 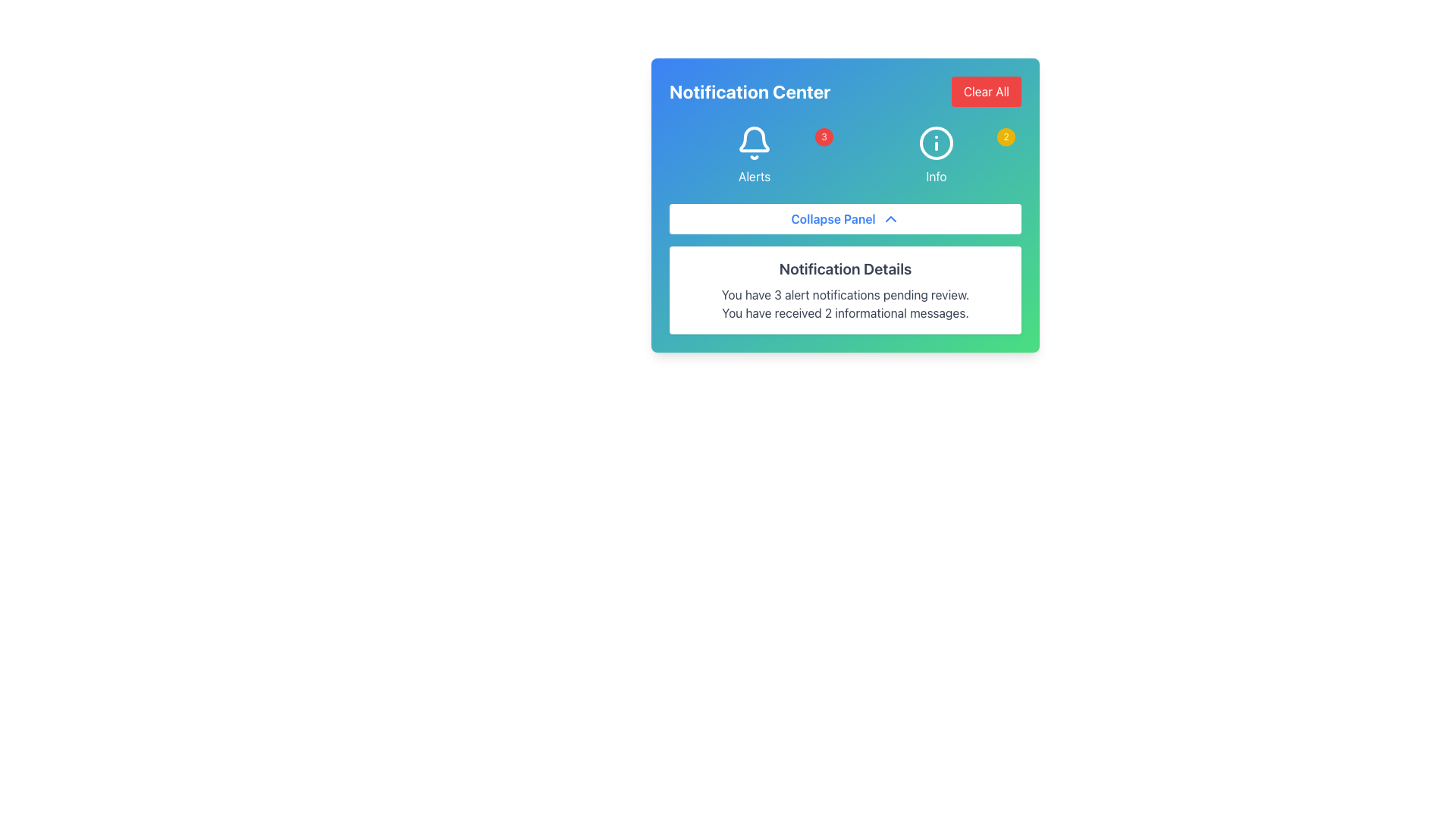 I want to click on the Notification Badge that displays the count of informational messages associated with the 'Info' section, located at the top-right corner of the 'Info' icon, so click(x=1006, y=137).